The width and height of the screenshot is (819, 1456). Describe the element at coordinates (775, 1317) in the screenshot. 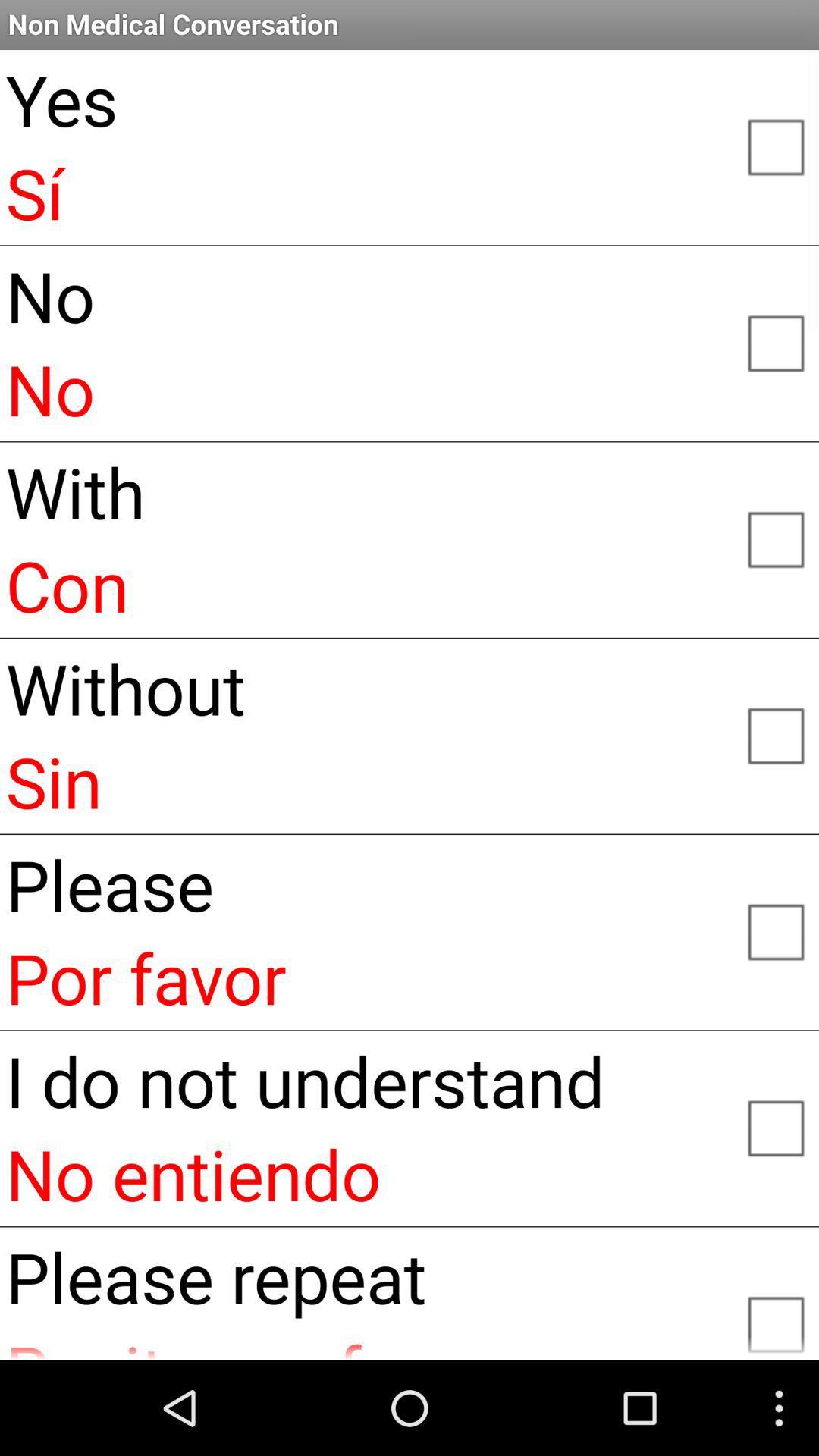

I see `please repeat option` at that location.